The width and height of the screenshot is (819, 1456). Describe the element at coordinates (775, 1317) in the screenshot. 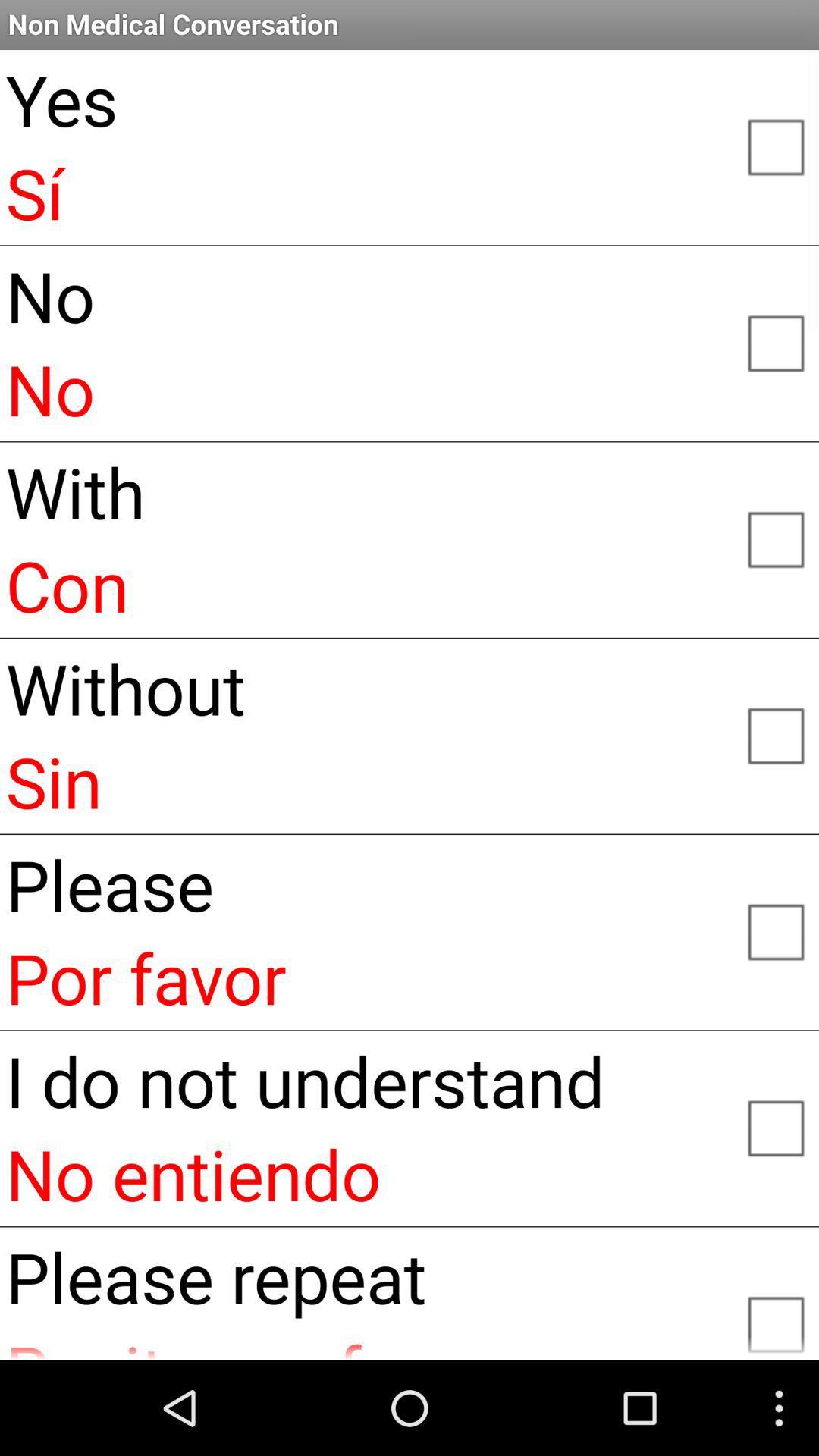

I see `please repeat option` at that location.